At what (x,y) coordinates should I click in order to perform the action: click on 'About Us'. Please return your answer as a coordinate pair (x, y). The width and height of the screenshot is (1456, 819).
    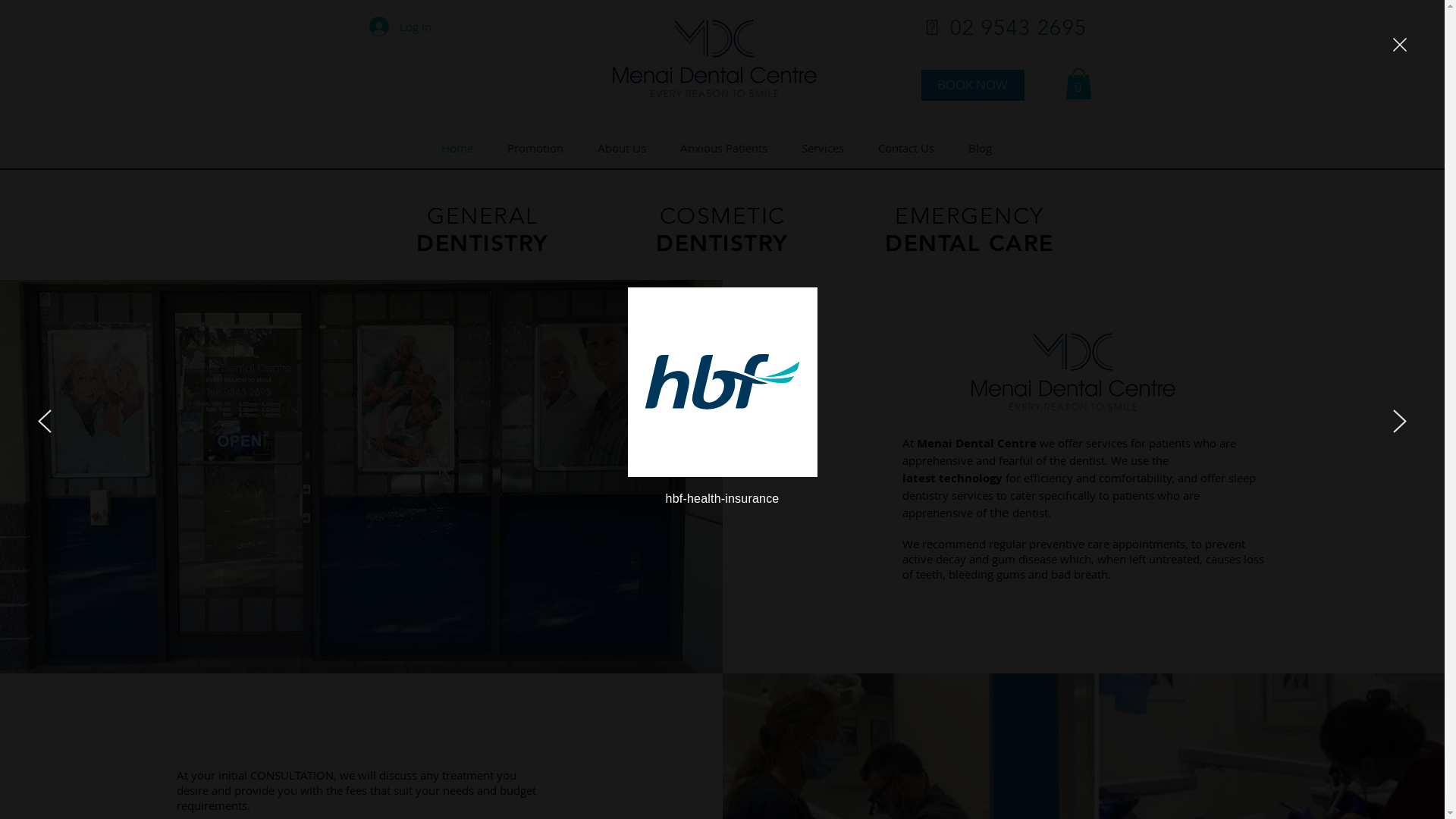
    Looking at the image, I should click on (626, 147).